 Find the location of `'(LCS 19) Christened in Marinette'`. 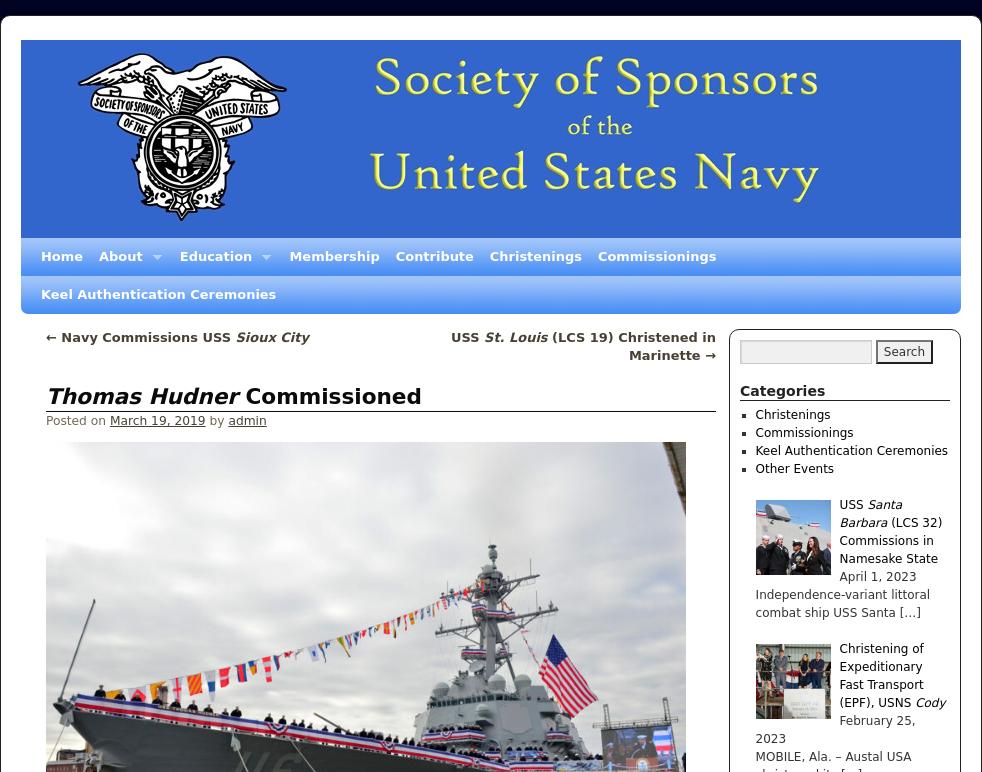

'(LCS 19) Christened in Marinette' is located at coordinates (630, 346).